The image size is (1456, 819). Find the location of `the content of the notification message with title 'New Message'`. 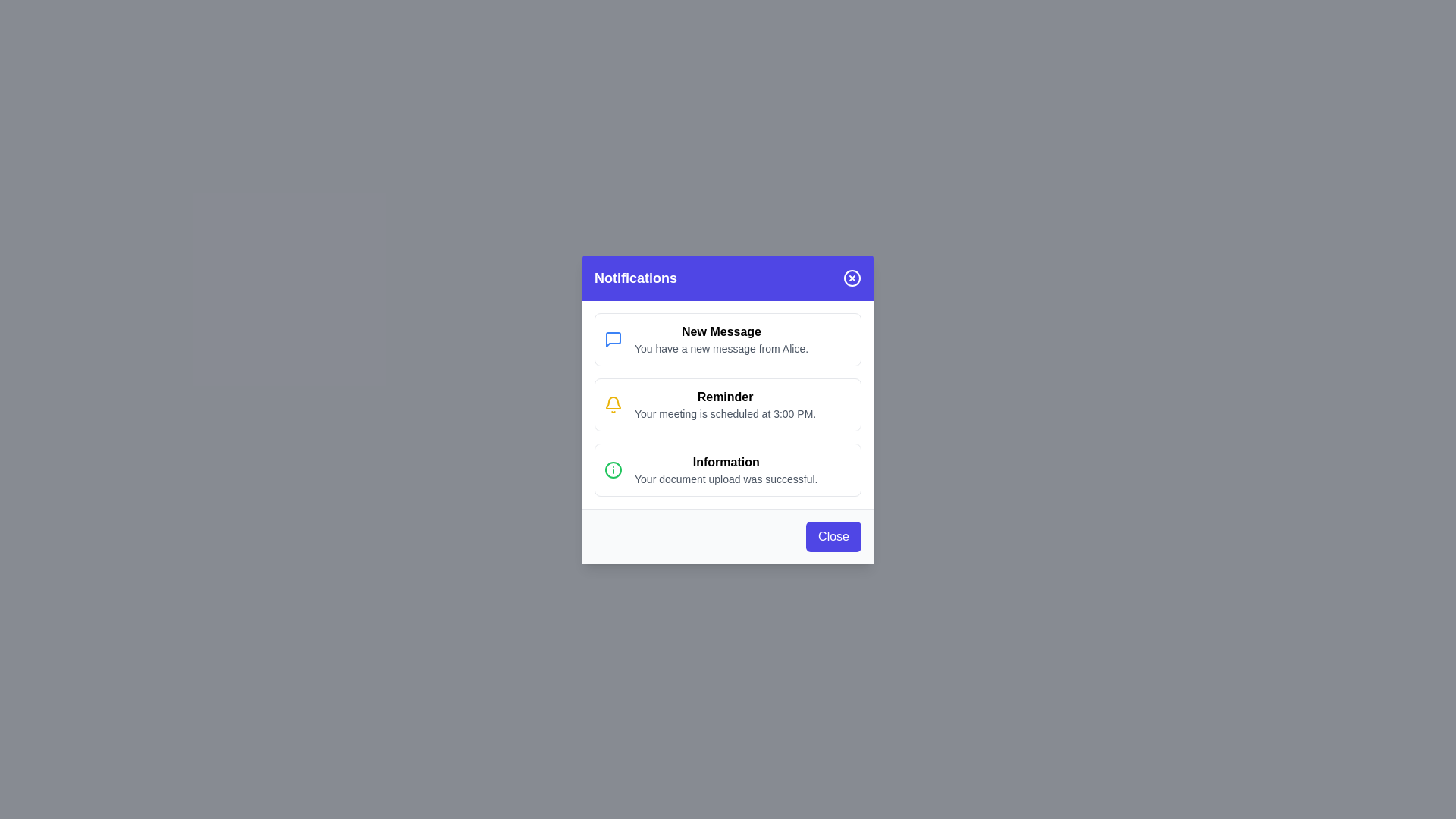

the content of the notification message with title 'New Message' is located at coordinates (728, 338).